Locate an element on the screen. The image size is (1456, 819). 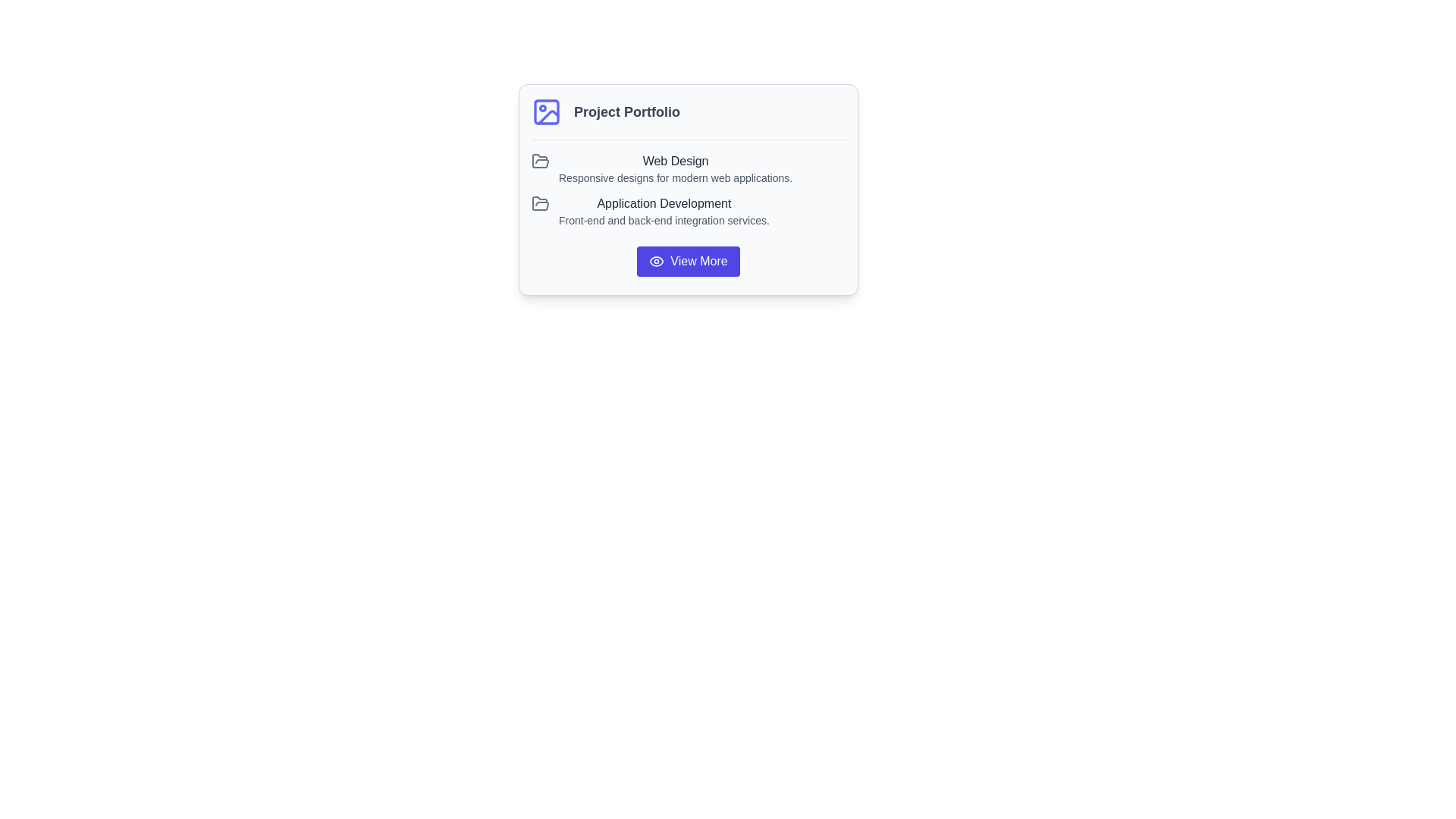
the non-interactive descriptive text related to 'Application Development' located within the 'Project Portfolio' card, which is the second description in the list is located at coordinates (664, 220).